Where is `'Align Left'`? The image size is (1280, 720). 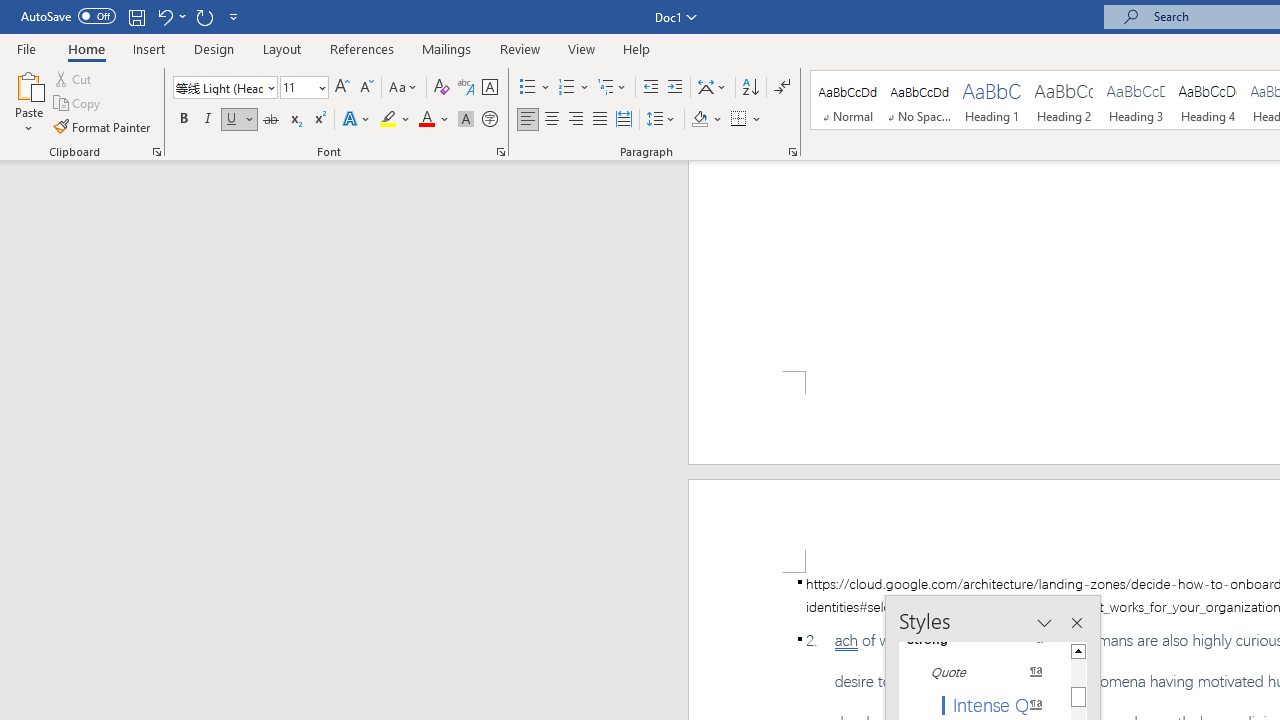
'Align Left' is located at coordinates (528, 119).